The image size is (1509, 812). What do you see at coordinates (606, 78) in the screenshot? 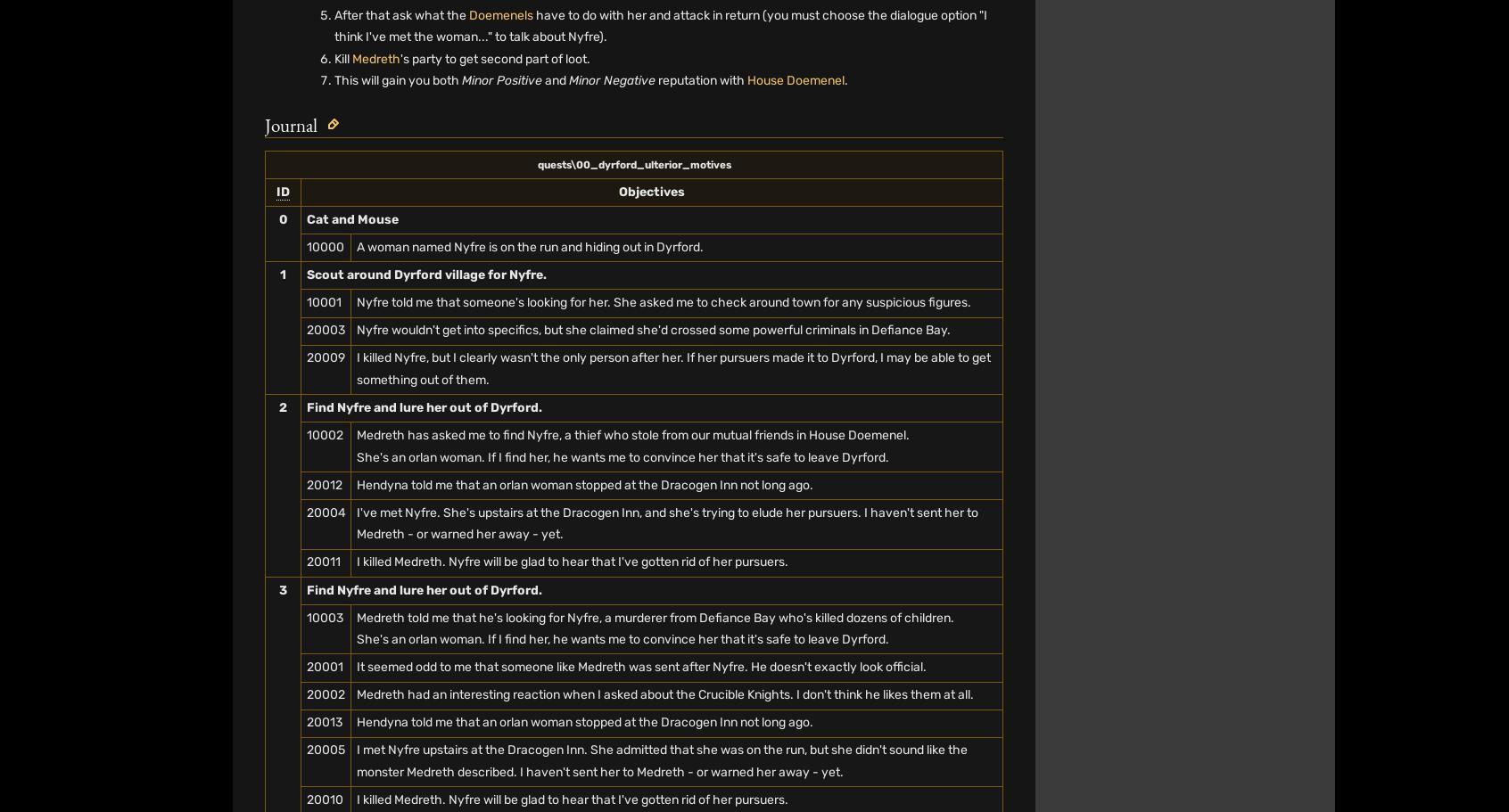
I see `'Terms of Use'` at bounding box center [606, 78].